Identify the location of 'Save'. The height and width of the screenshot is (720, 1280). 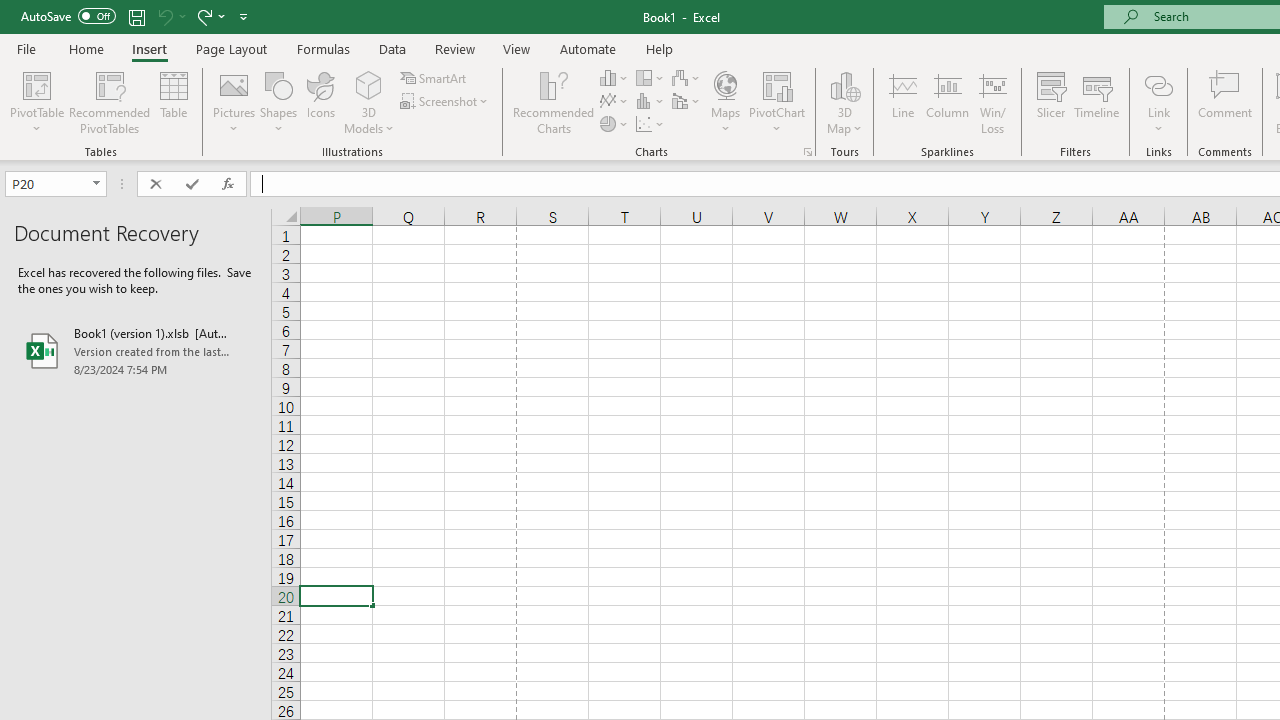
(135, 16).